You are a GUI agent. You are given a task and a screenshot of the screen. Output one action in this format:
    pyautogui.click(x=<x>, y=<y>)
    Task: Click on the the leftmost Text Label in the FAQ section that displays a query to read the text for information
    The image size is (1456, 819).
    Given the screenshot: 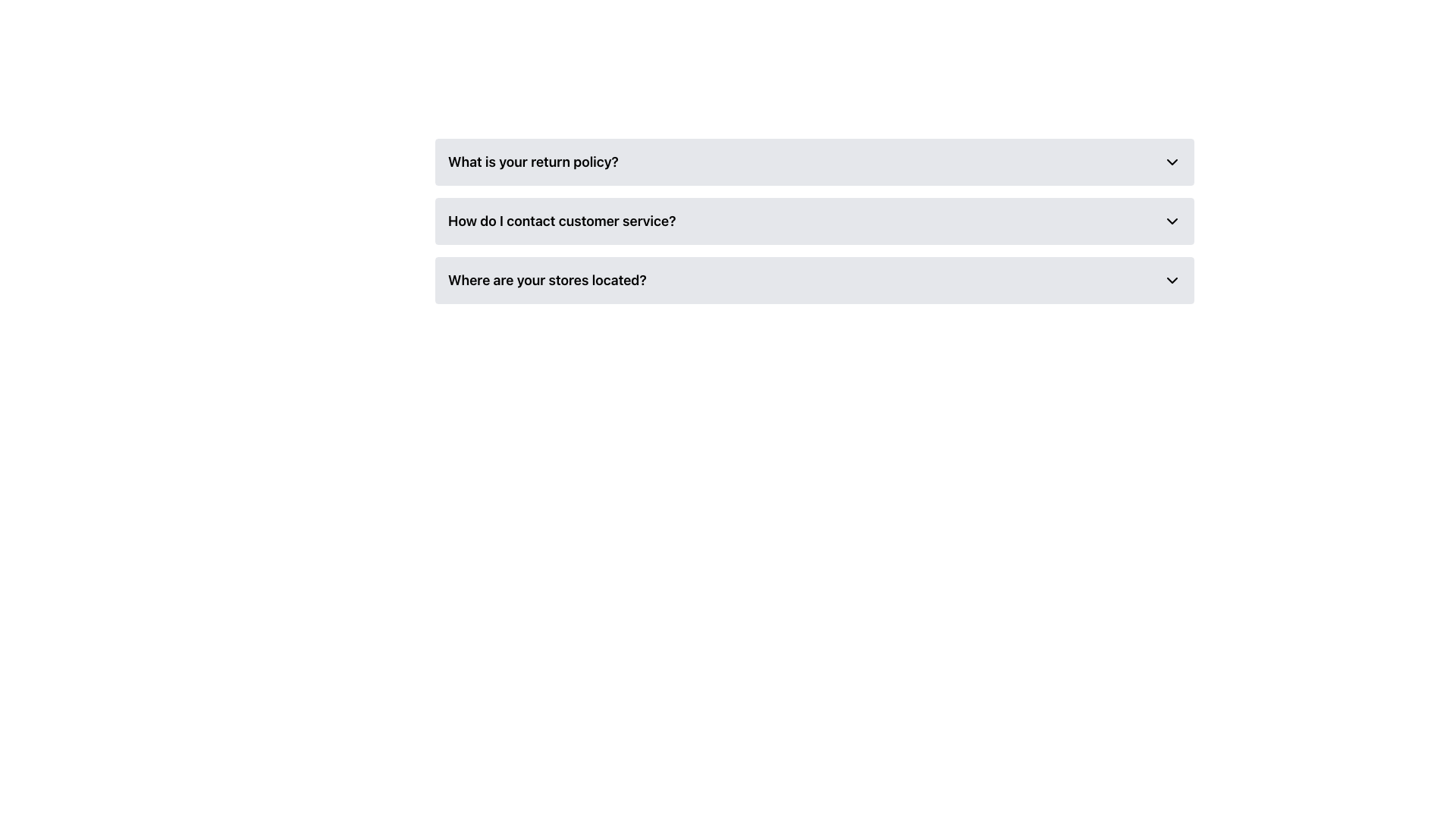 What is the action you would take?
    pyautogui.click(x=546, y=281)
    